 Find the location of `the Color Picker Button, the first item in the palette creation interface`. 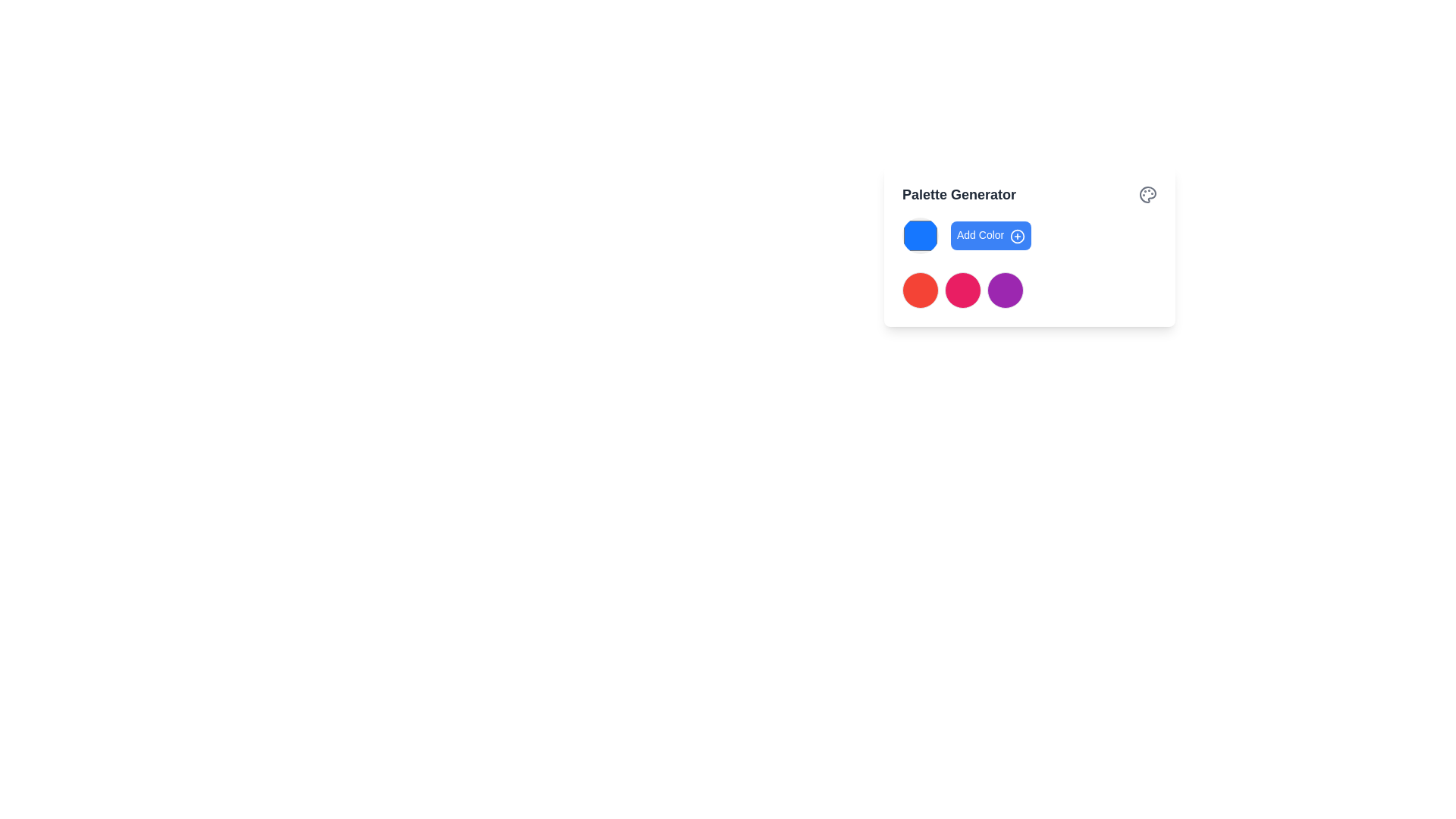

the Color Picker Button, the first item in the palette creation interface is located at coordinates (920, 236).